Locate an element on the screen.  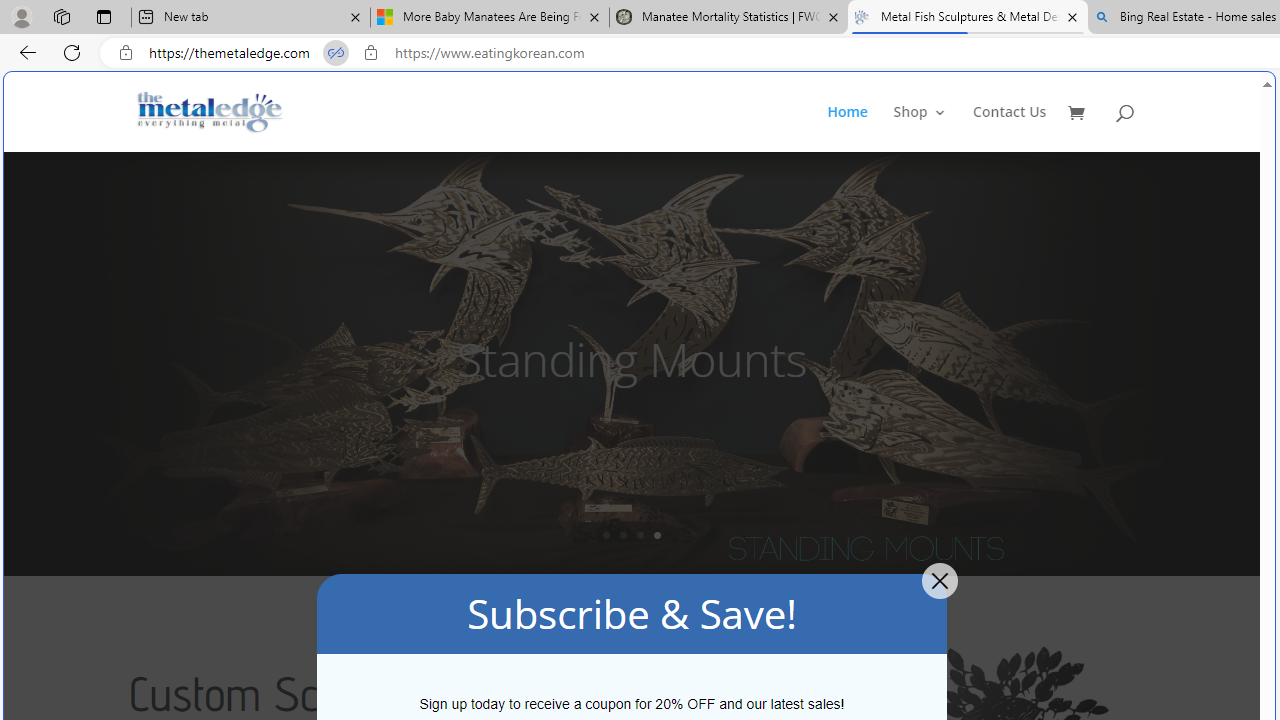
'Manatee Mortality Statistics | FWC' is located at coordinates (728, 17).